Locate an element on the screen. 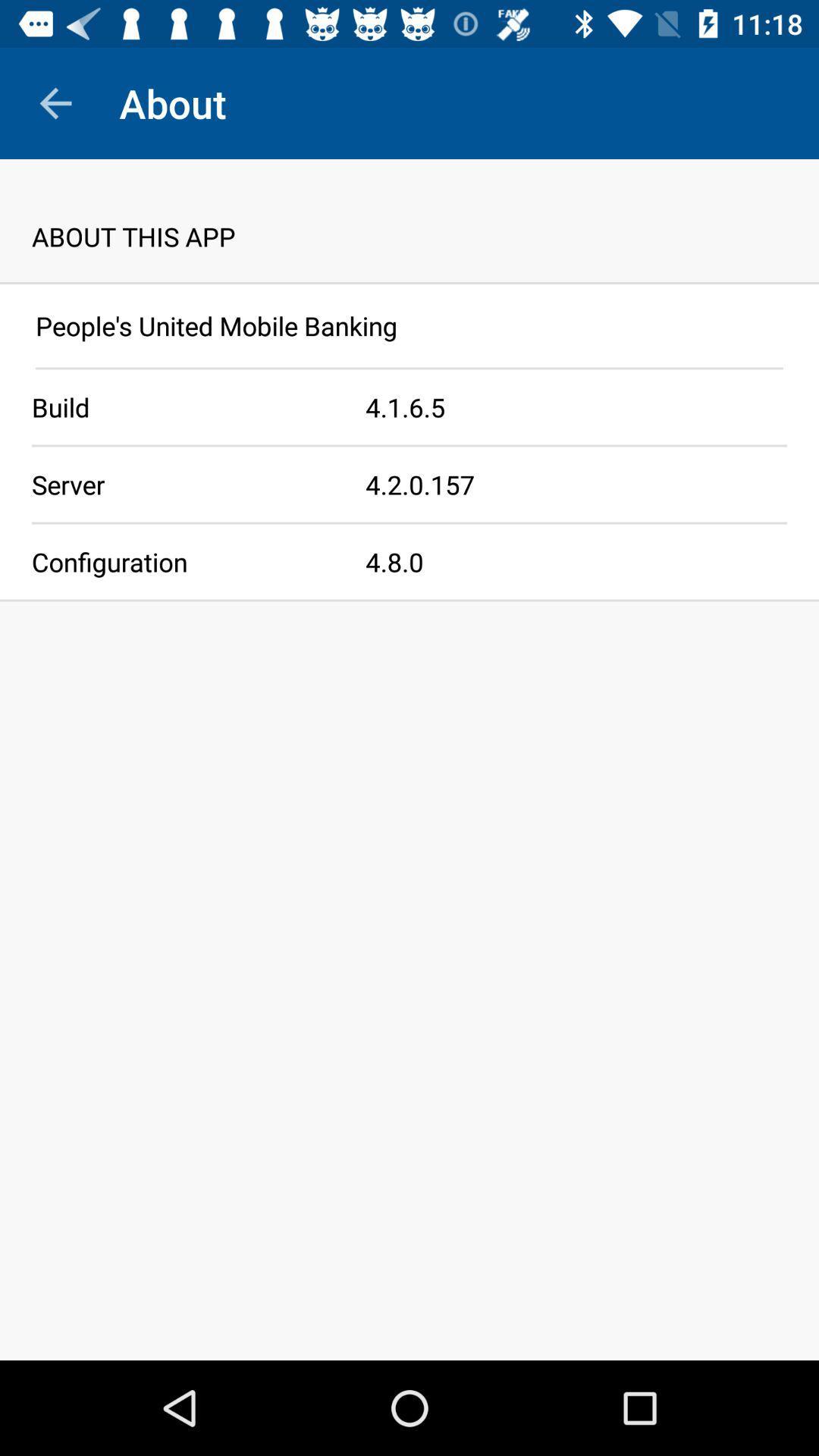 The image size is (819, 1456). icon below about this app app is located at coordinates (409, 283).